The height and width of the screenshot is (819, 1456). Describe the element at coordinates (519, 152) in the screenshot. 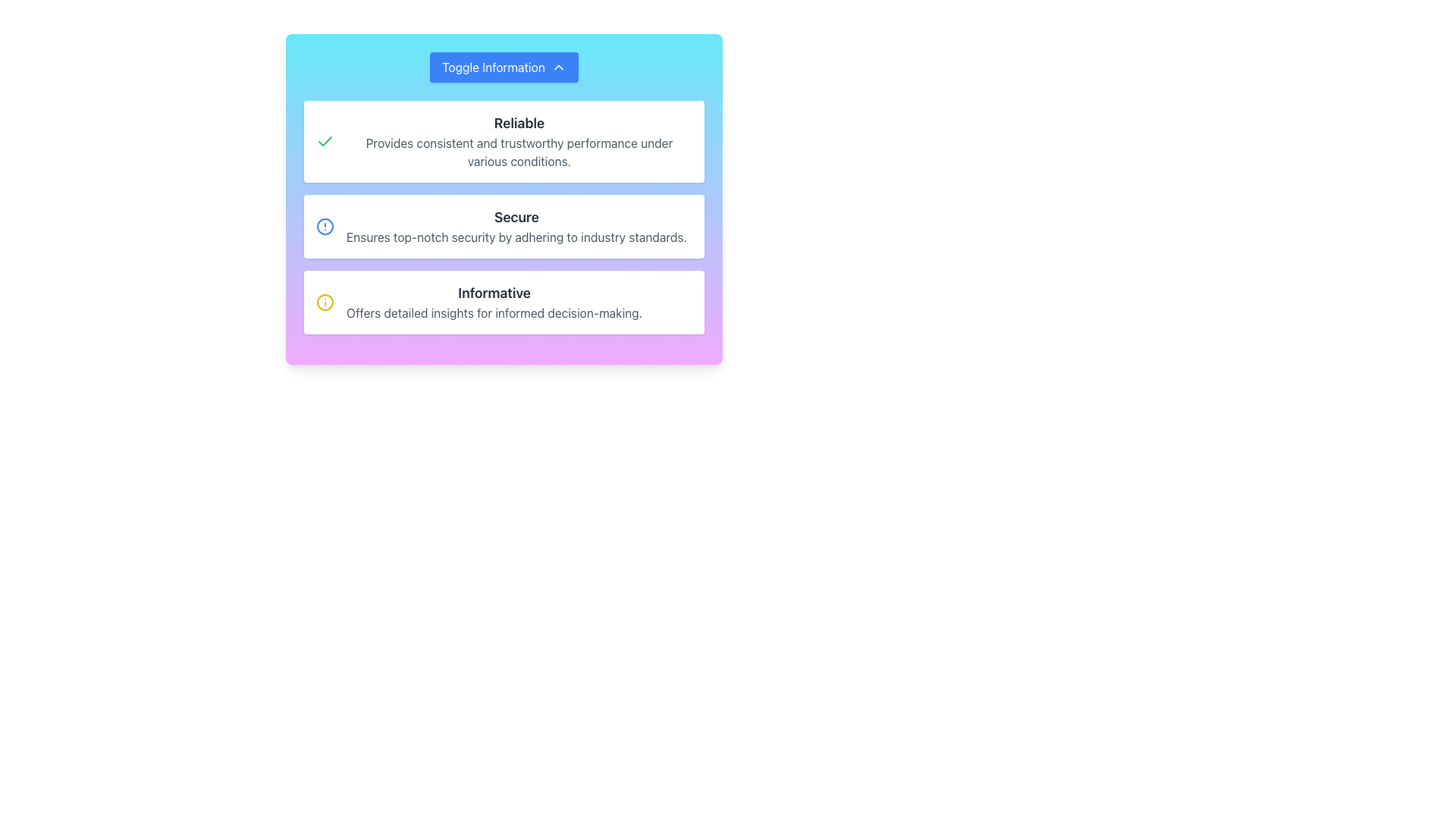

I see `the informational Text Label located beneath the 'Reliable' header in the first section of the grouped information blocks` at that location.